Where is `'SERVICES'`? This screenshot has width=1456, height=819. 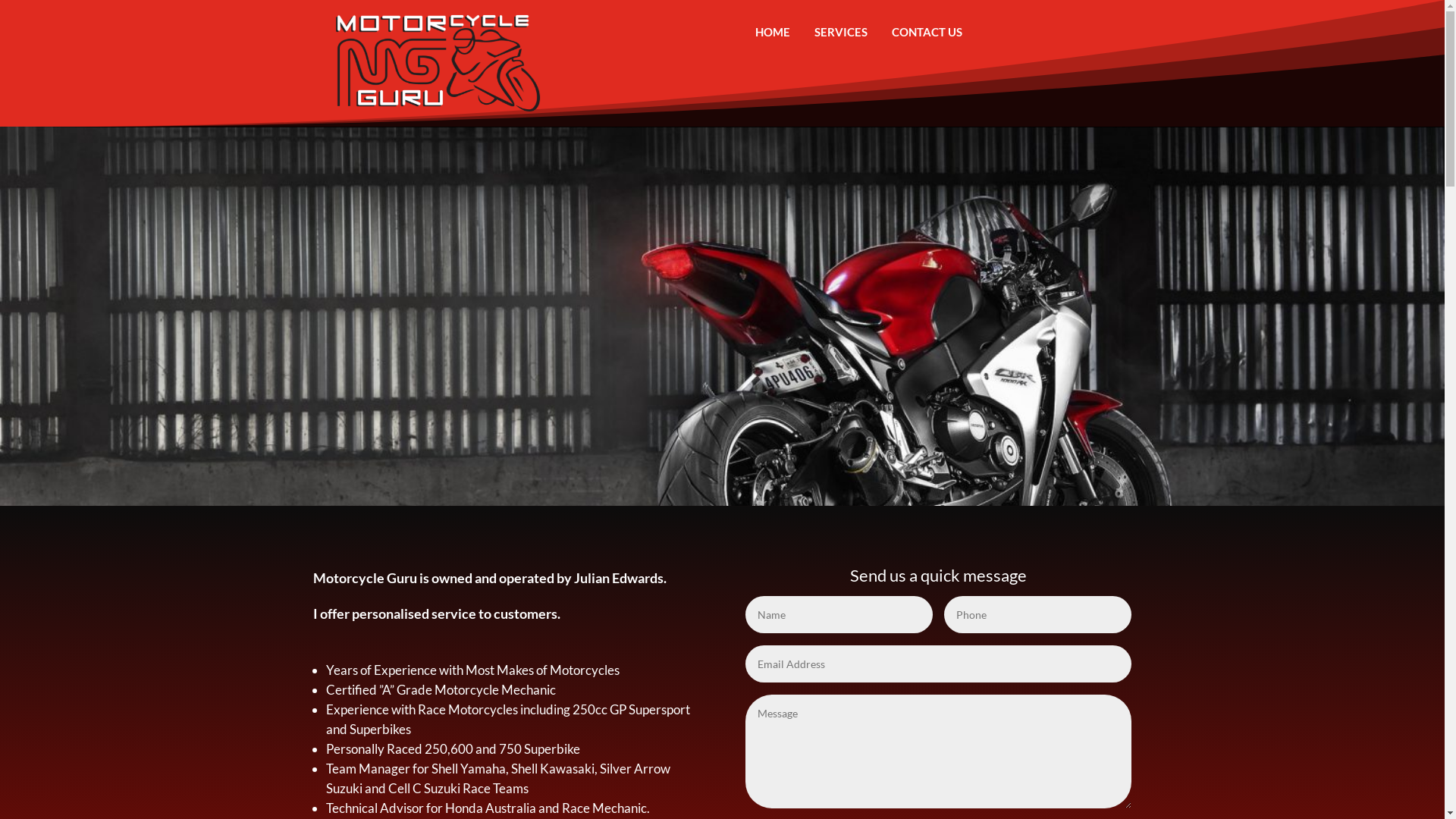
'SERVICES' is located at coordinates (839, 32).